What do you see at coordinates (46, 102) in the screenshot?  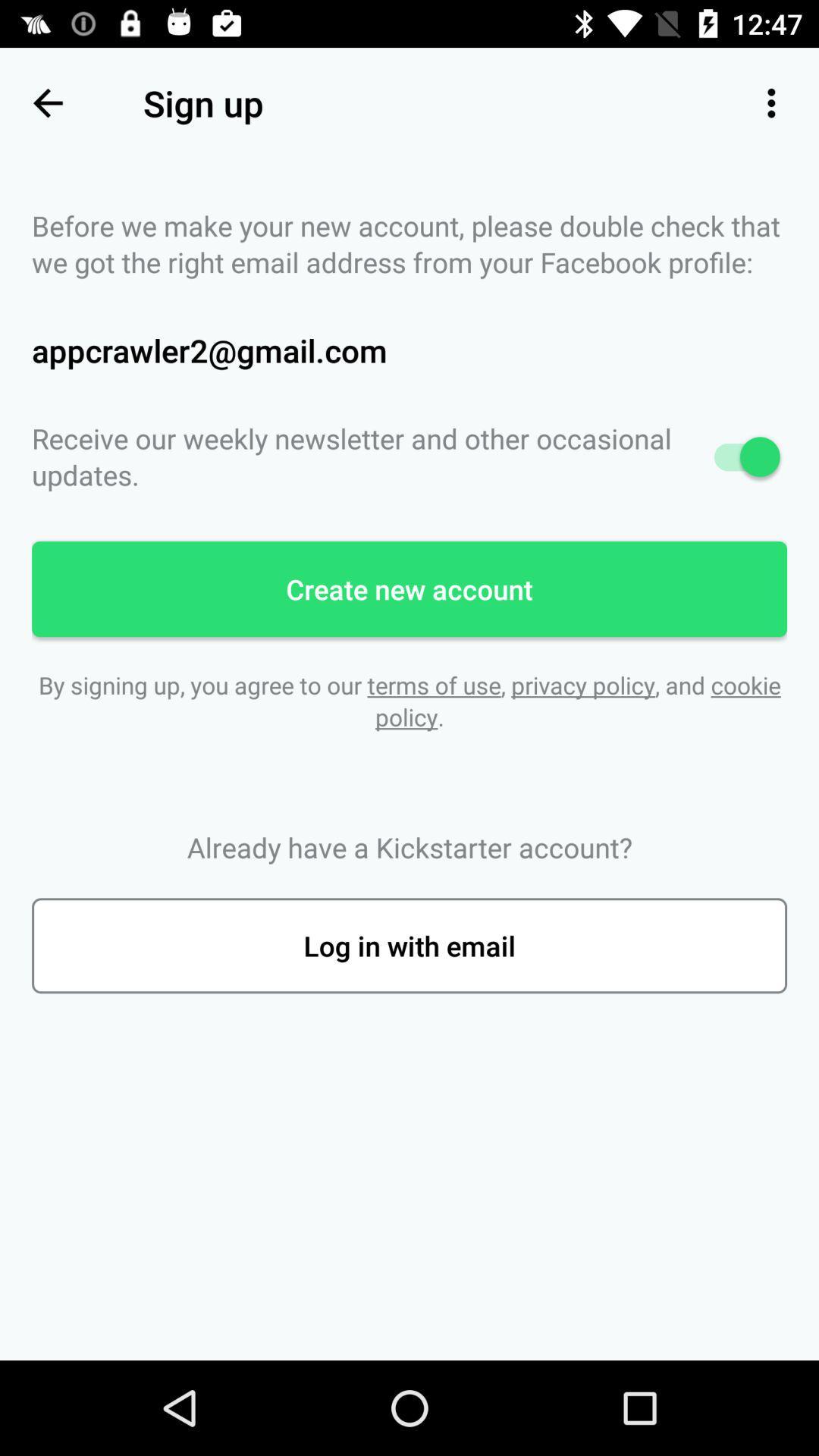 I see `item above the before we make item` at bounding box center [46, 102].